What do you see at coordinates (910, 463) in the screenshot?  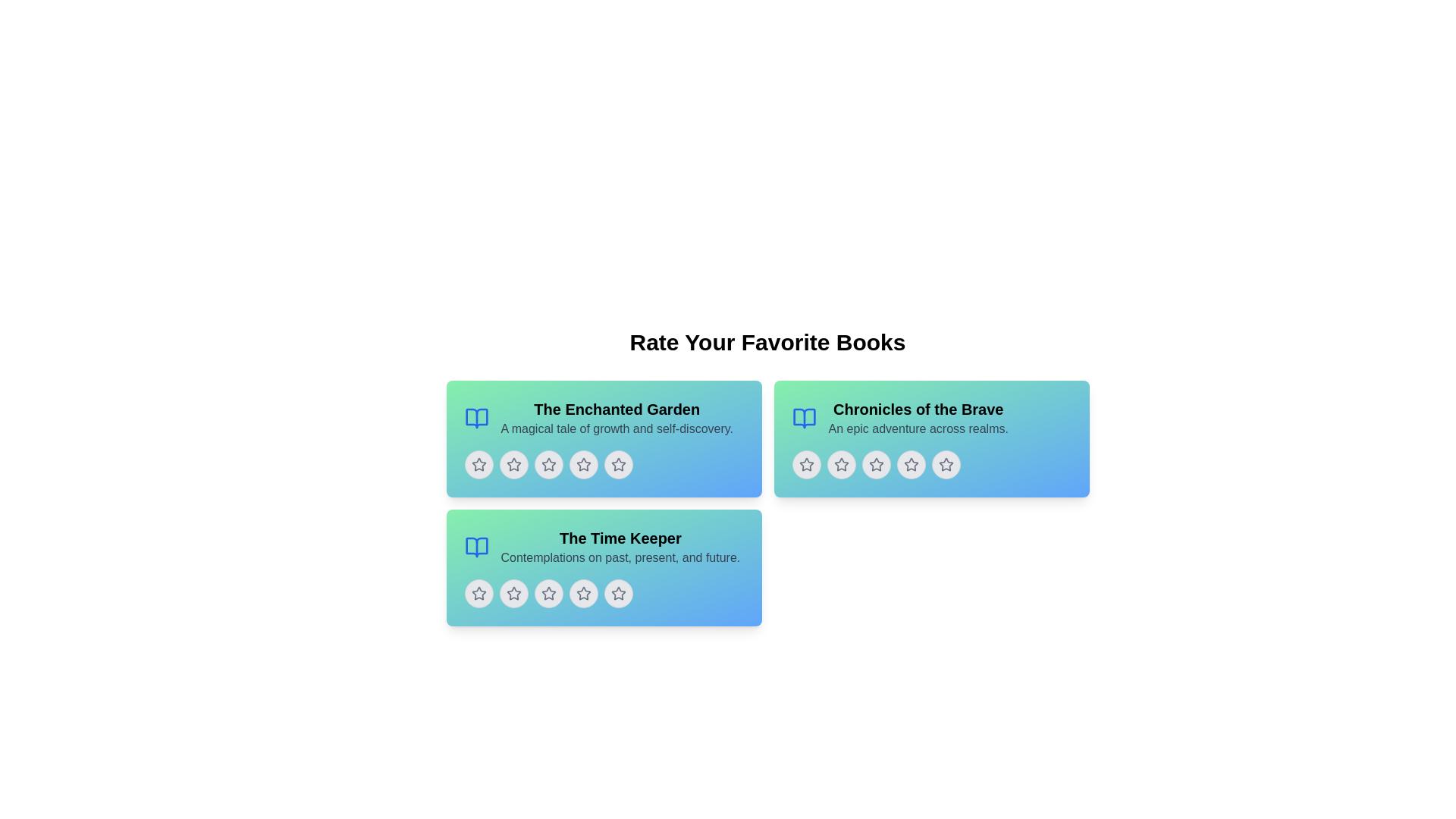 I see `the fourth grey star icon` at bounding box center [910, 463].